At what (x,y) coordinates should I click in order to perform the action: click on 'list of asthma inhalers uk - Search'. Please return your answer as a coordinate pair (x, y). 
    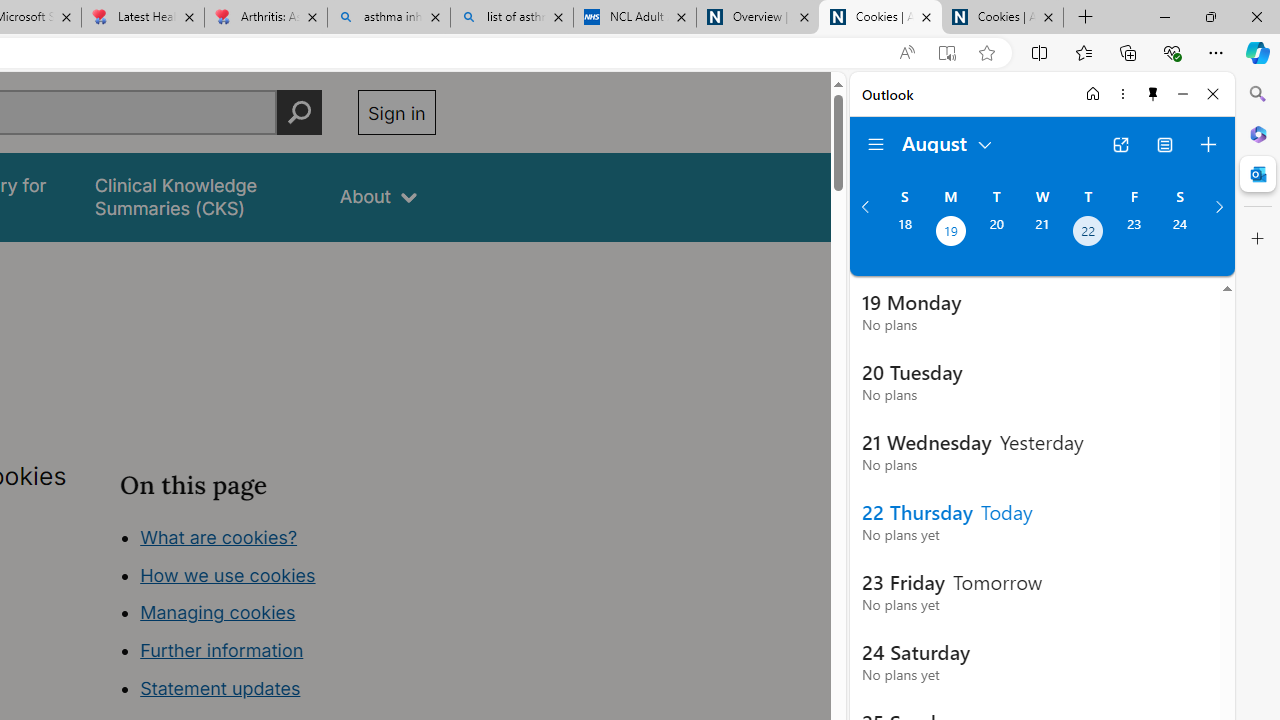
    Looking at the image, I should click on (512, 17).